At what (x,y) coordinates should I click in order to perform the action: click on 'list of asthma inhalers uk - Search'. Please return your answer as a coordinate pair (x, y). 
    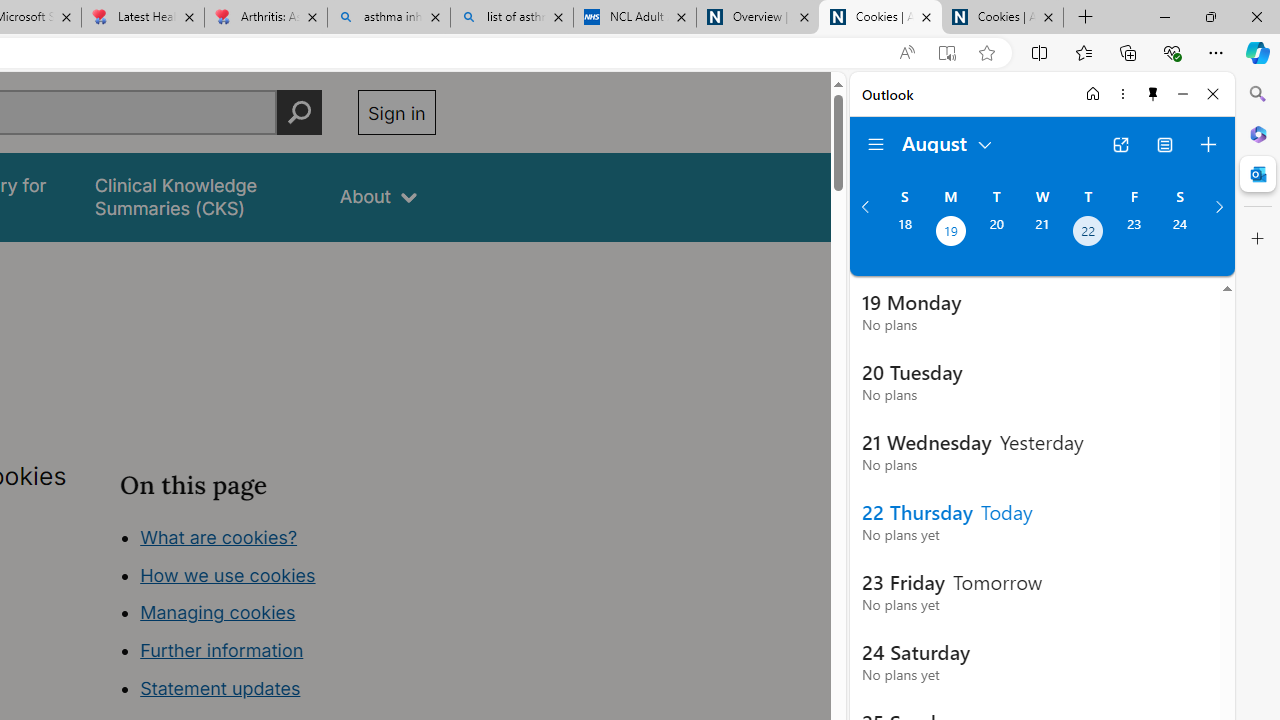
    Looking at the image, I should click on (512, 17).